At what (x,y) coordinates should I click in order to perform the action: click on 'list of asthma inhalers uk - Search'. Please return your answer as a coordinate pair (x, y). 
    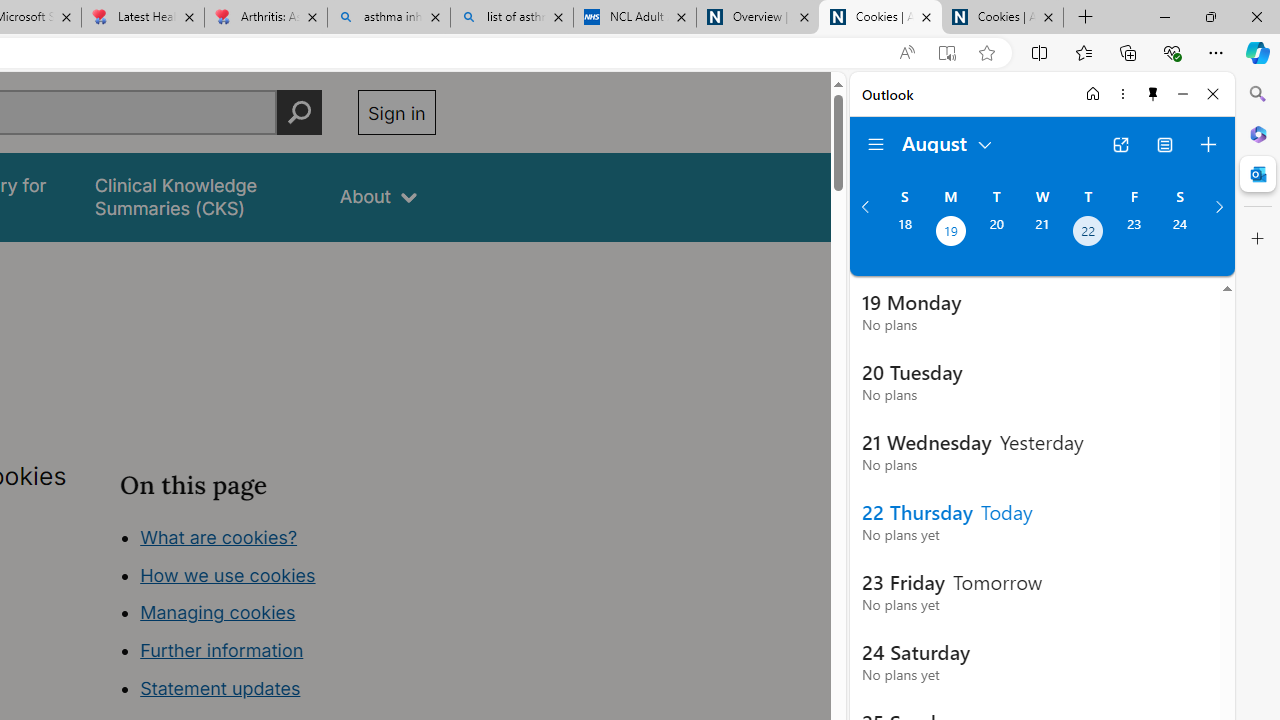
    Looking at the image, I should click on (512, 17).